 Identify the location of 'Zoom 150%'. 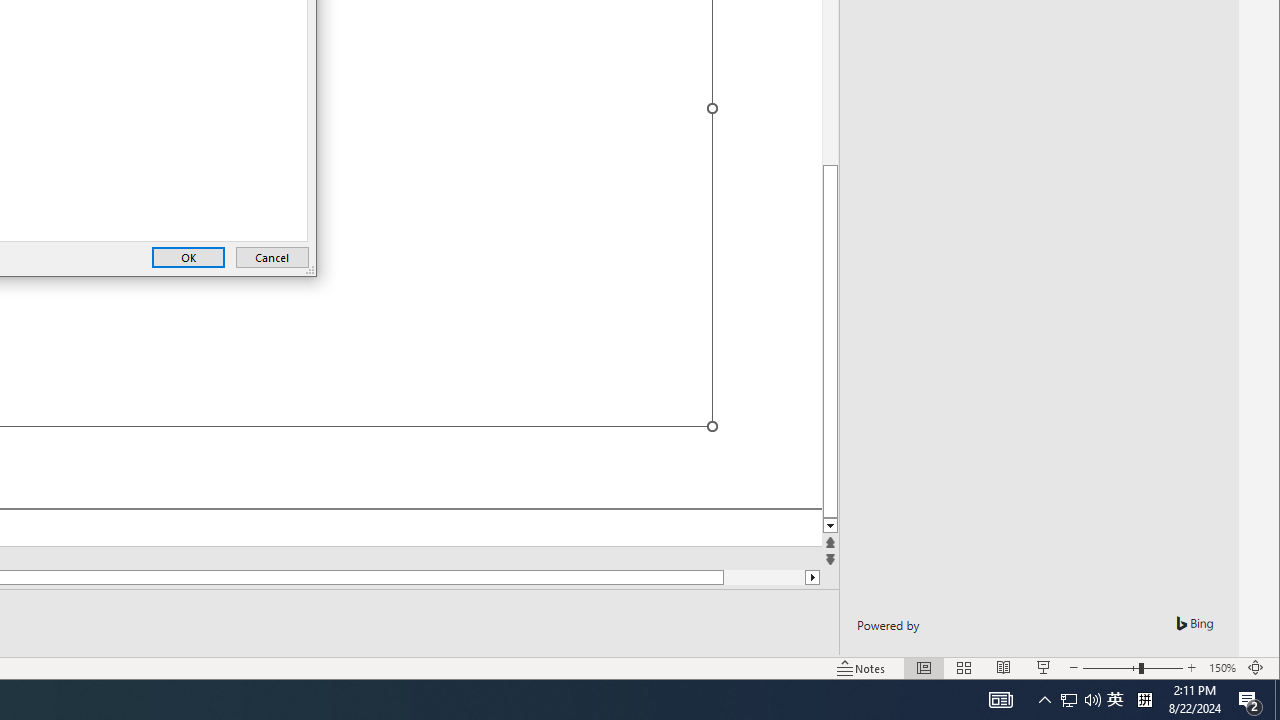
(1221, 668).